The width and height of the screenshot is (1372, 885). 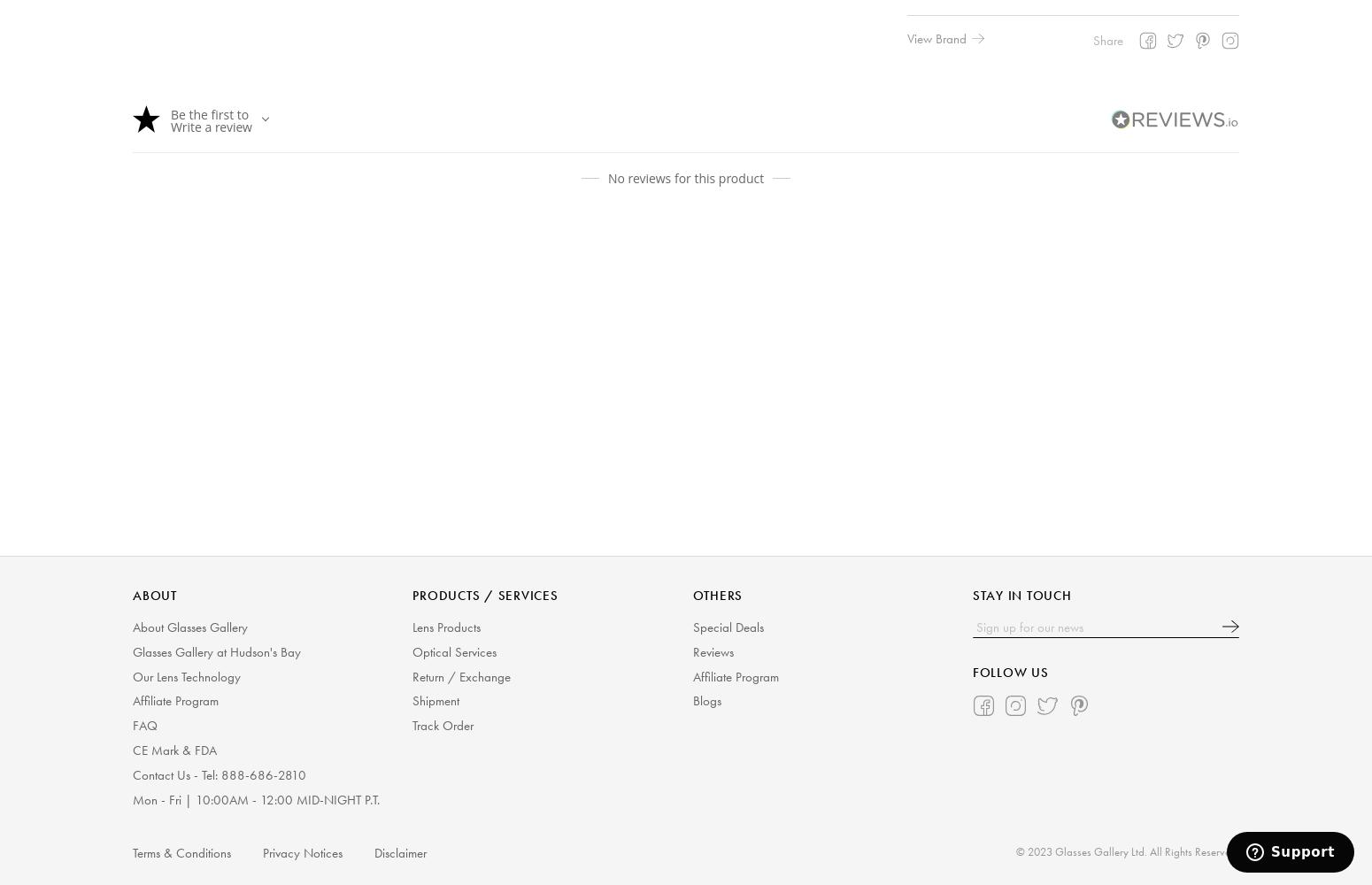 I want to click on 'Share', so click(x=1106, y=40).